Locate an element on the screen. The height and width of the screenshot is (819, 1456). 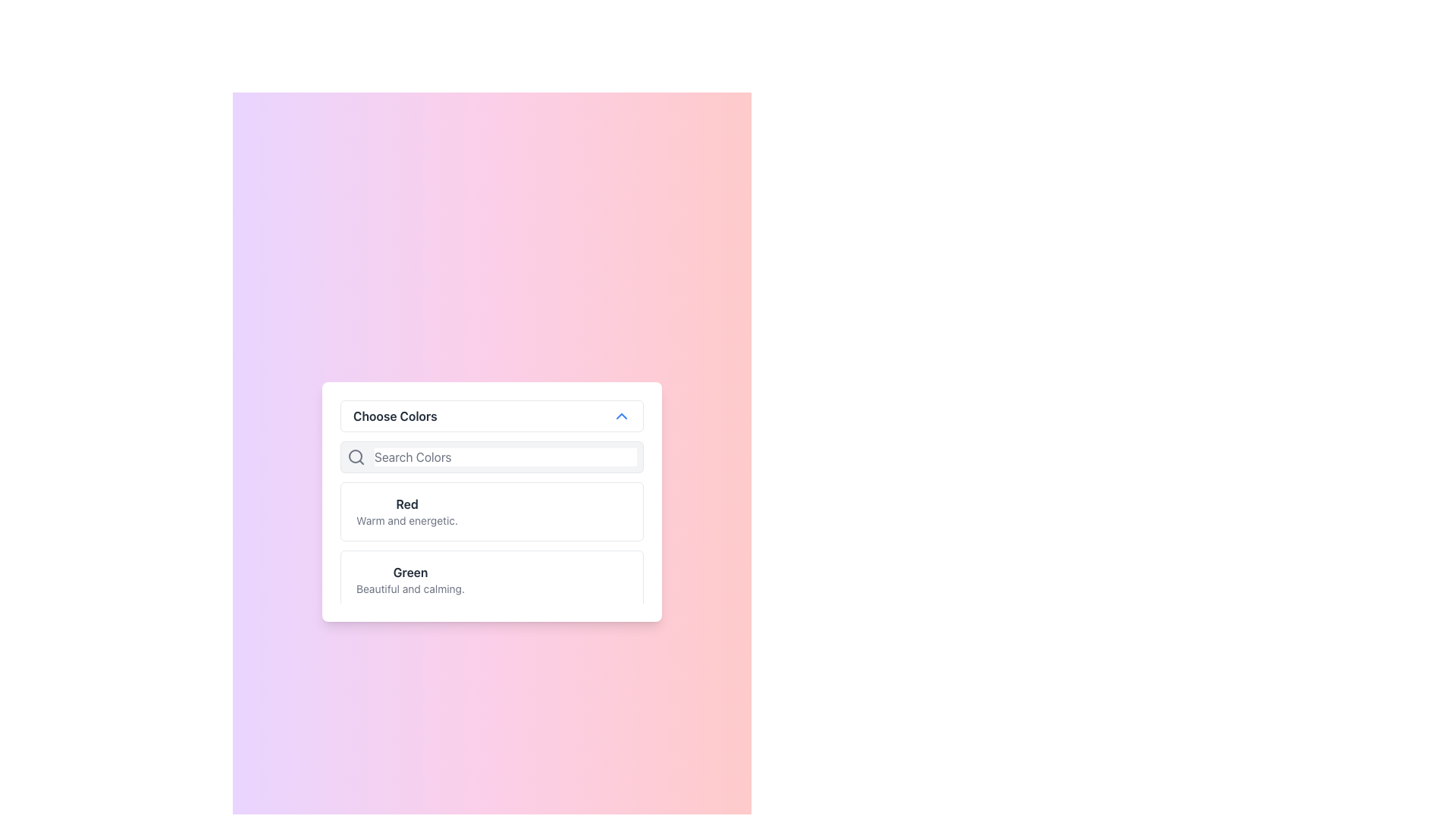
the text element reading 'Beautiful and calming.' is located at coordinates (410, 588).